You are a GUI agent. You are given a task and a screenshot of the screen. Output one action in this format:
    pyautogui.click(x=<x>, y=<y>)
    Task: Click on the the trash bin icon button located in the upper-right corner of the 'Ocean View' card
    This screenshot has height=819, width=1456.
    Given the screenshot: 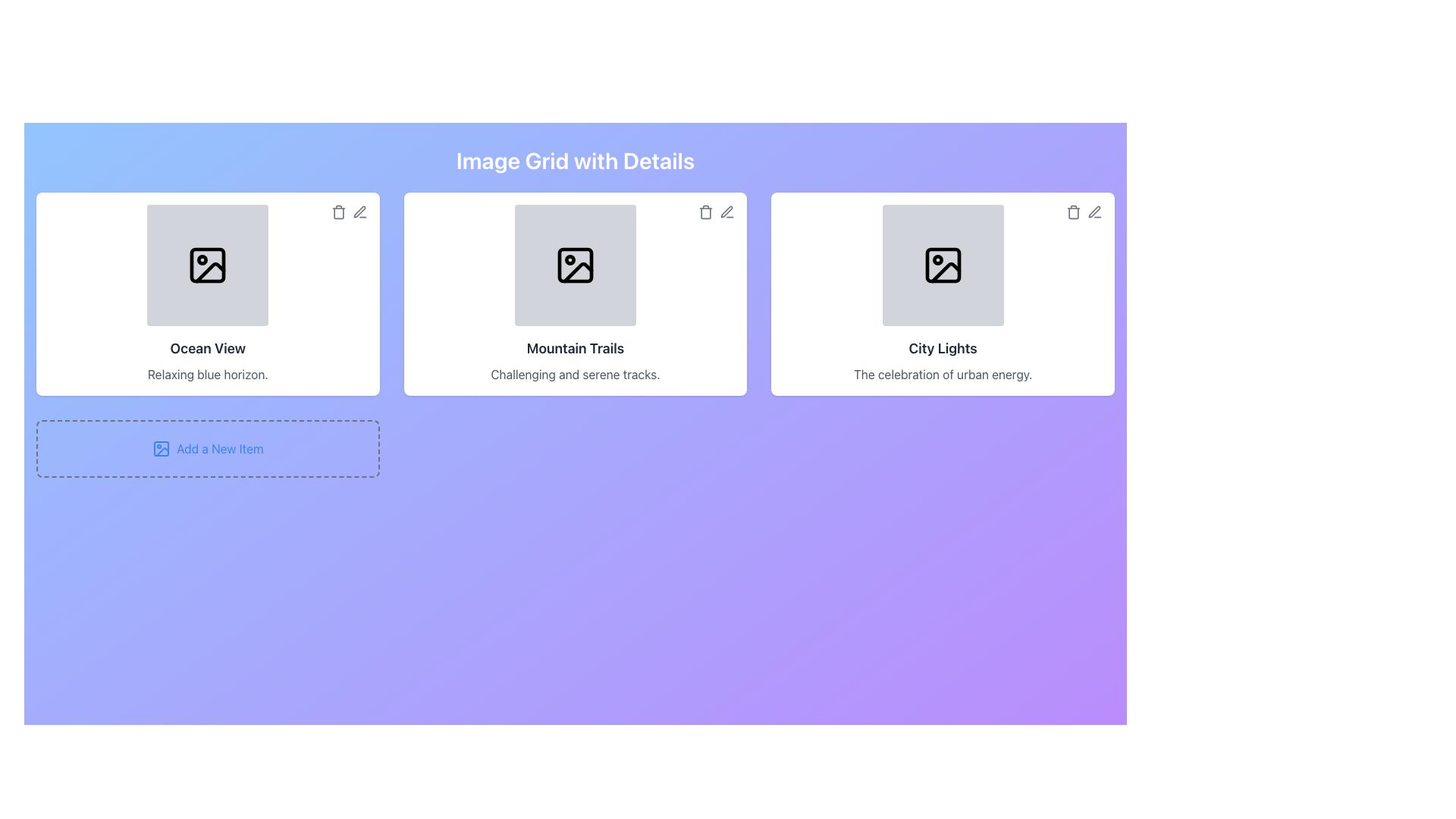 What is the action you would take?
    pyautogui.click(x=337, y=213)
    